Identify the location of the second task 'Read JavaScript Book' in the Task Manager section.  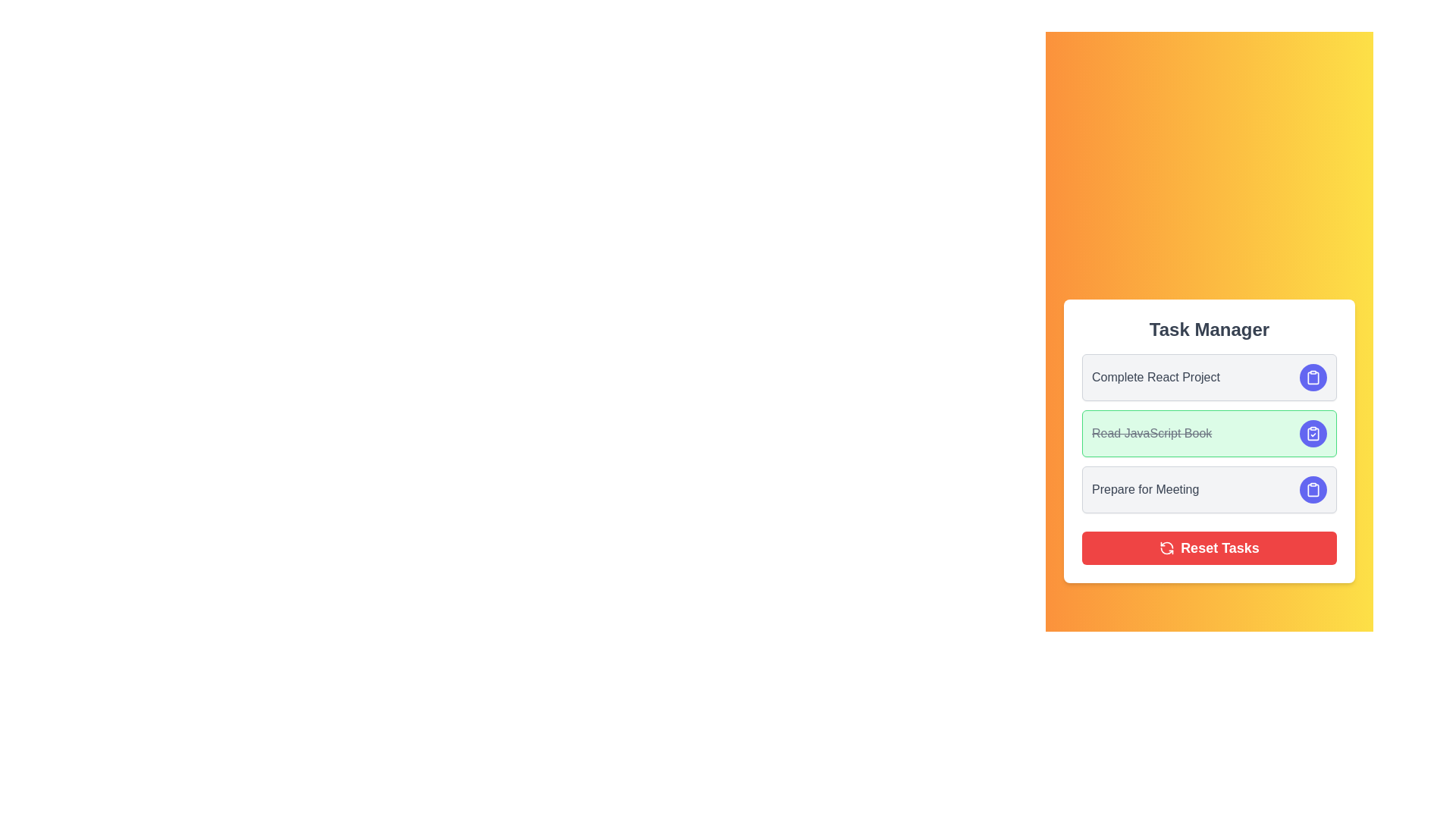
(1208, 433).